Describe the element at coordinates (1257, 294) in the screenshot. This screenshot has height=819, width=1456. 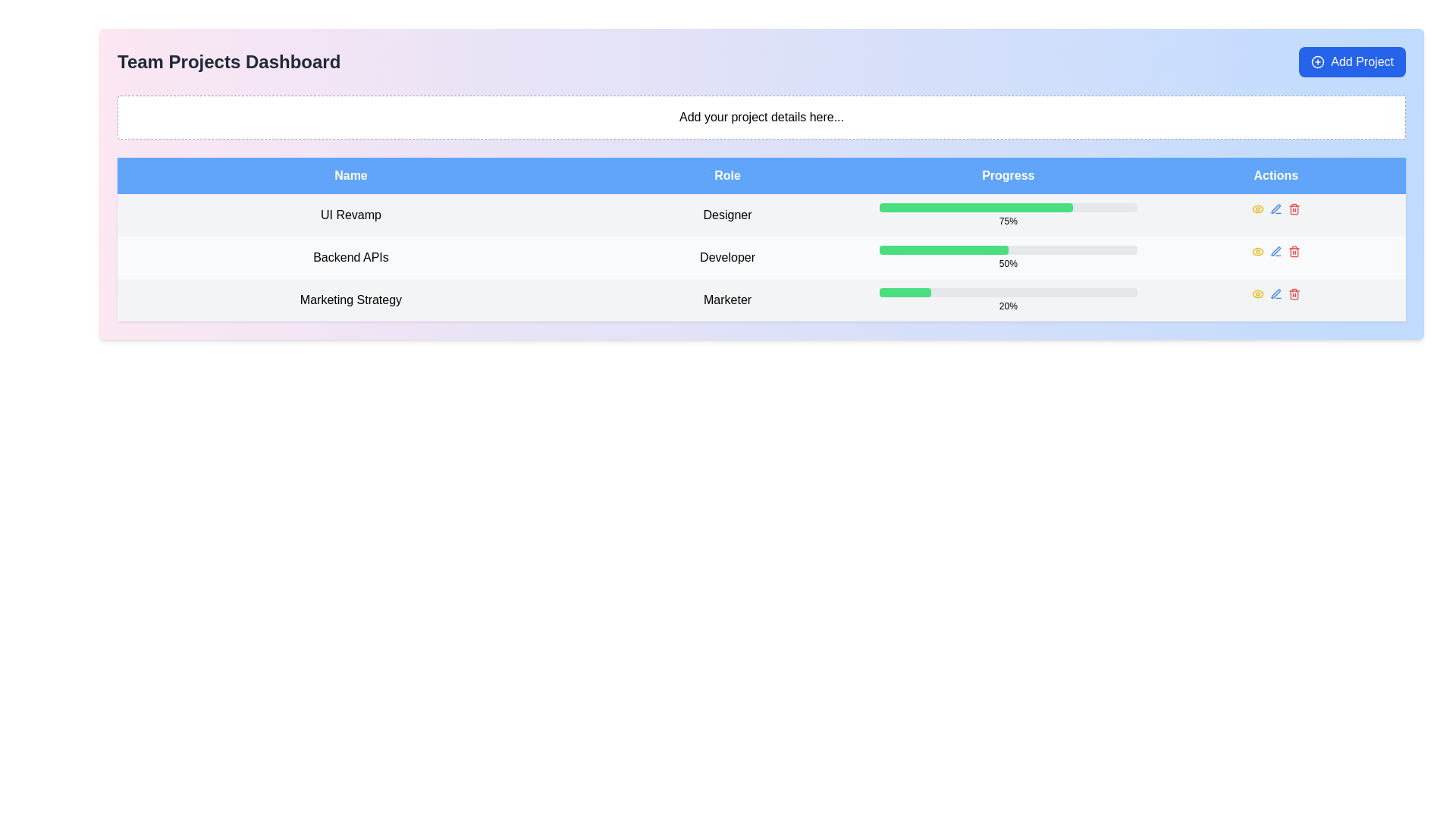
I see `the 'View' button in the 'Actions' column of the project 'Backend APIs'` at that location.